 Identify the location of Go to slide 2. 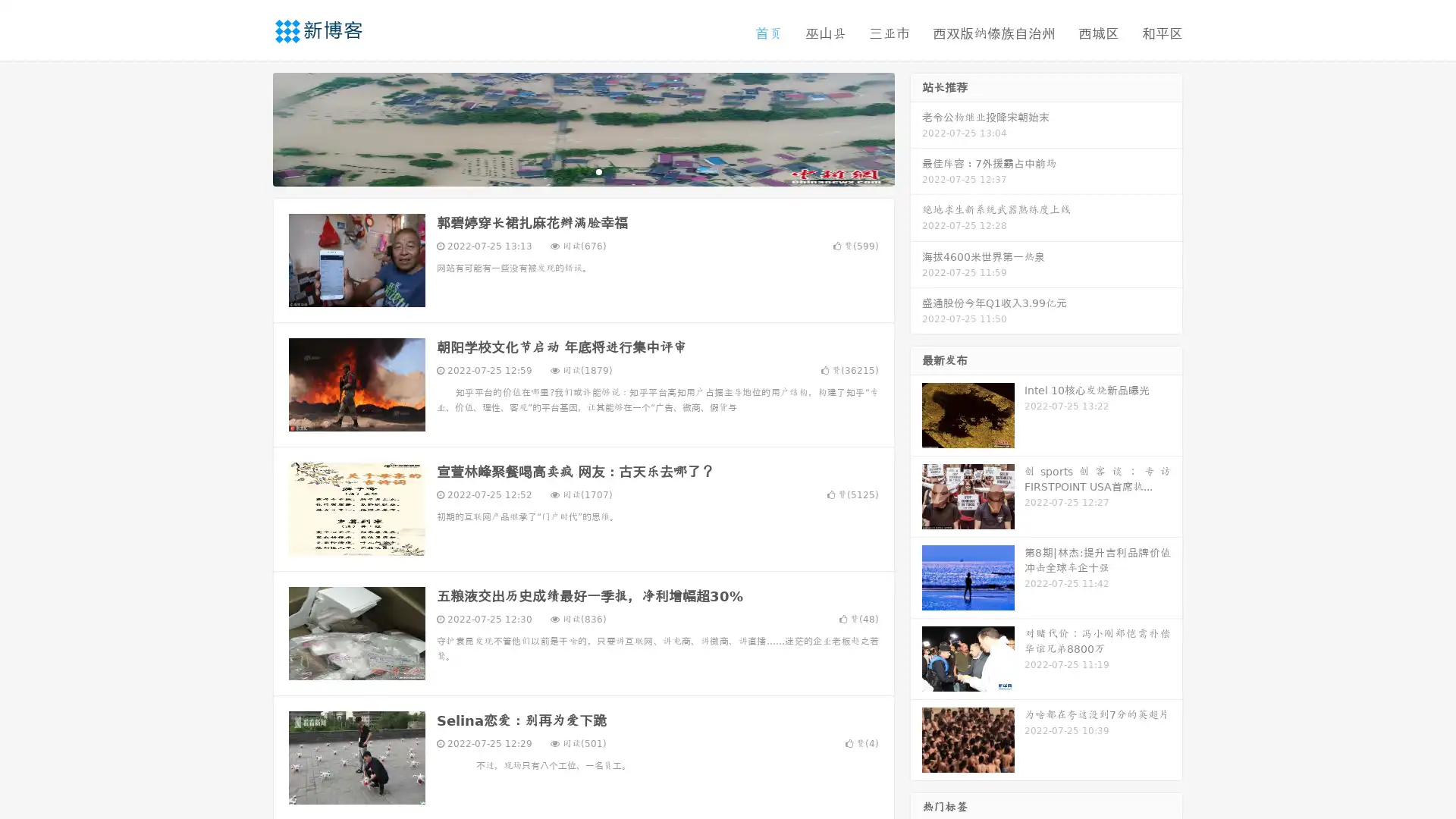
(582, 171).